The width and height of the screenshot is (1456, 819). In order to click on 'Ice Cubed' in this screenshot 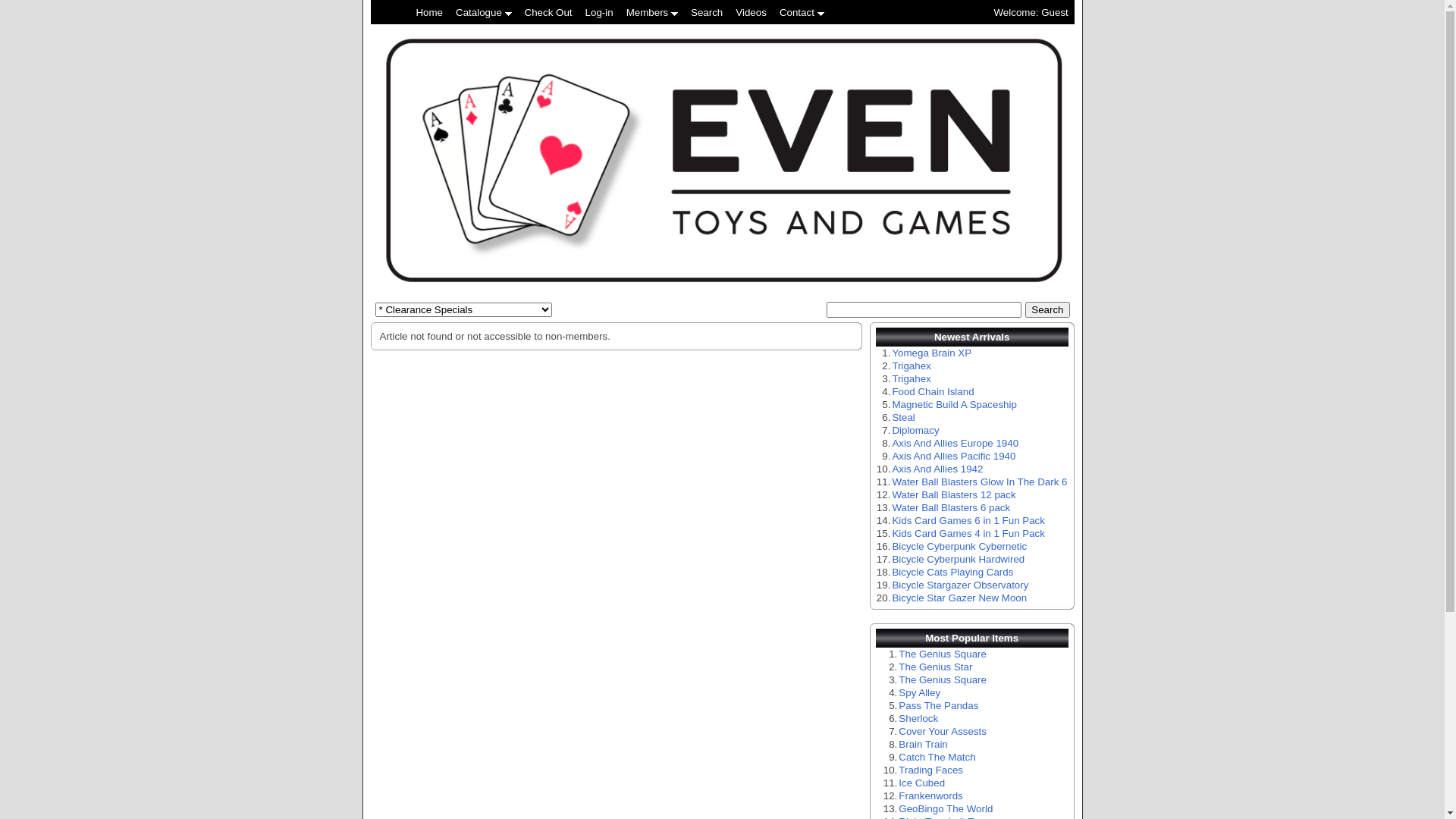, I will do `click(899, 783)`.